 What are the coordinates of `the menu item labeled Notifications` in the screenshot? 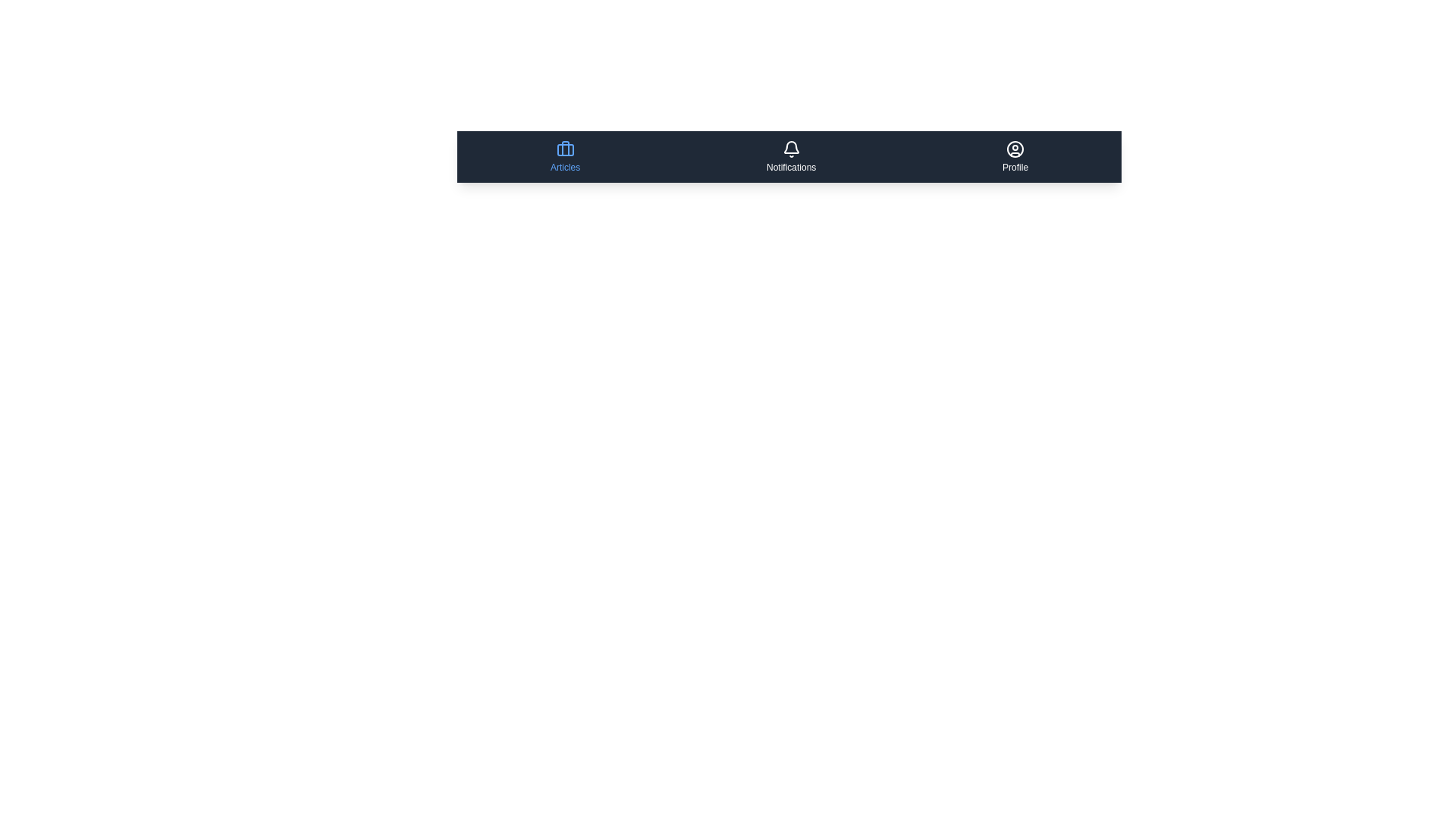 It's located at (789, 157).